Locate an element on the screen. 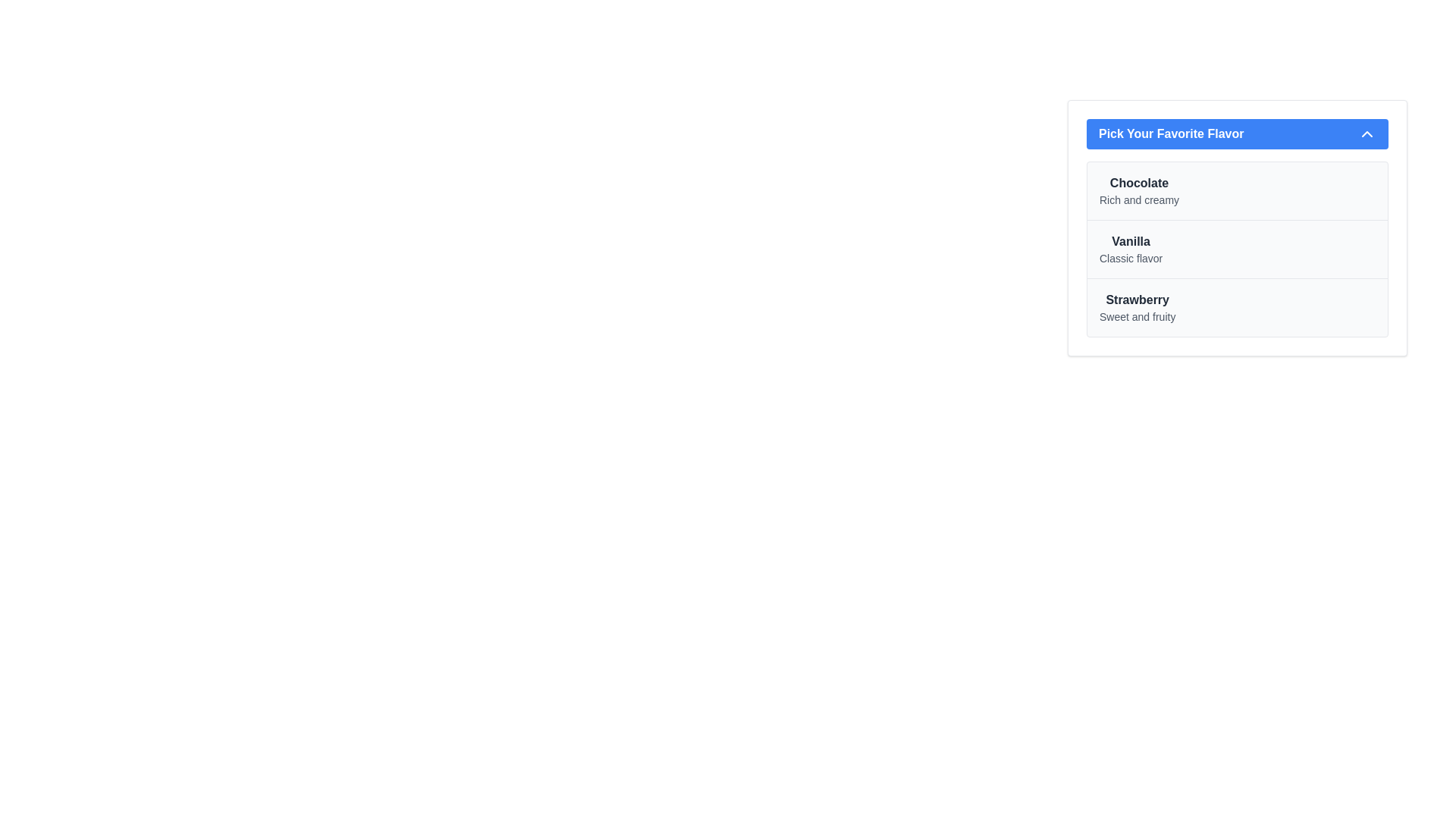 The image size is (1456, 819). the text label 'Chocolate', which is styled as a bold title and is the first selectable option in the list under the selection box titled 'Pick Your Favorite Flavor' is located at coordinates (1139, 183).